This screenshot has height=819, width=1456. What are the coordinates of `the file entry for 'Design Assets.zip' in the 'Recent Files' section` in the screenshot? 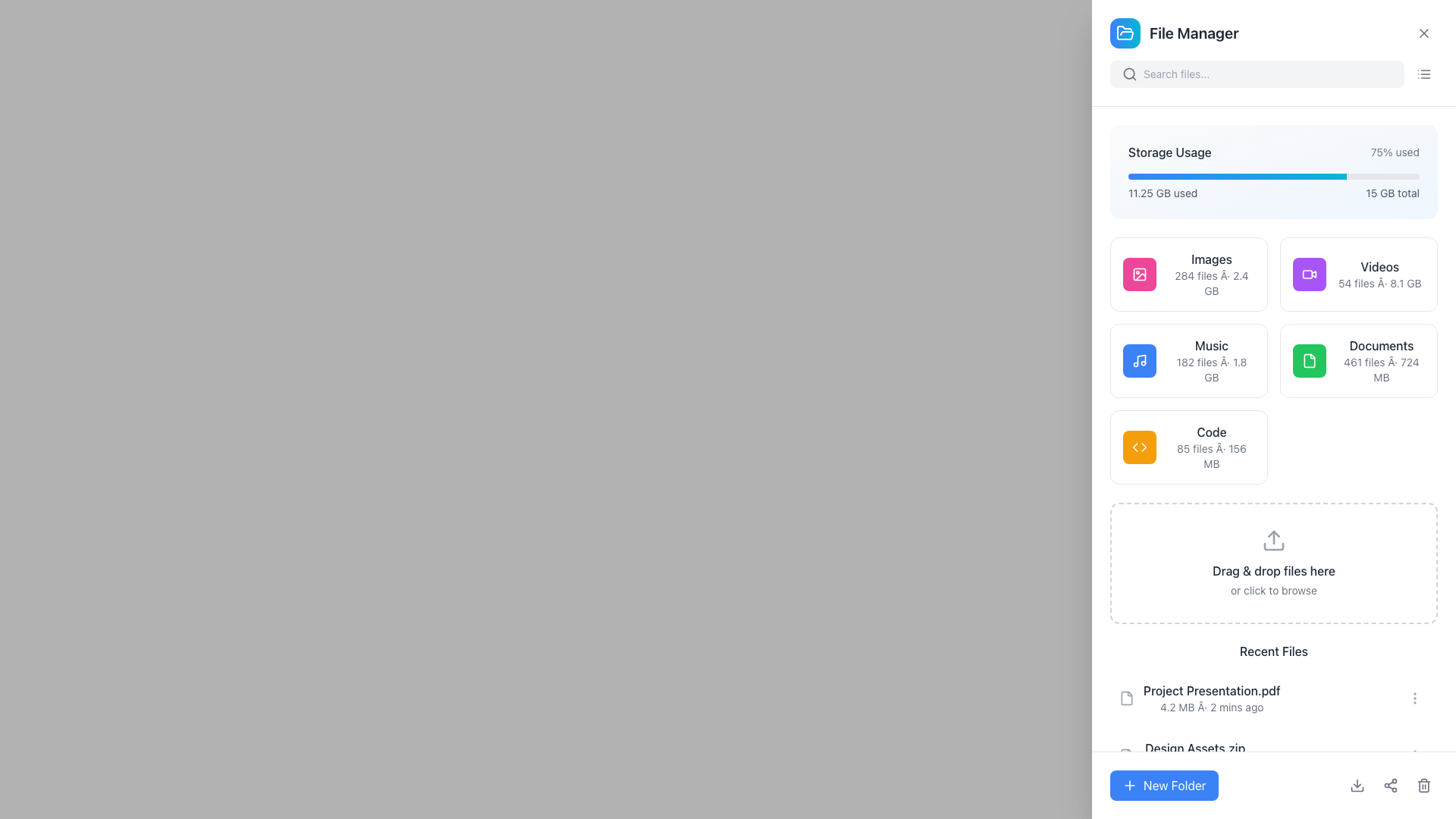 It's located at (1274, 755).